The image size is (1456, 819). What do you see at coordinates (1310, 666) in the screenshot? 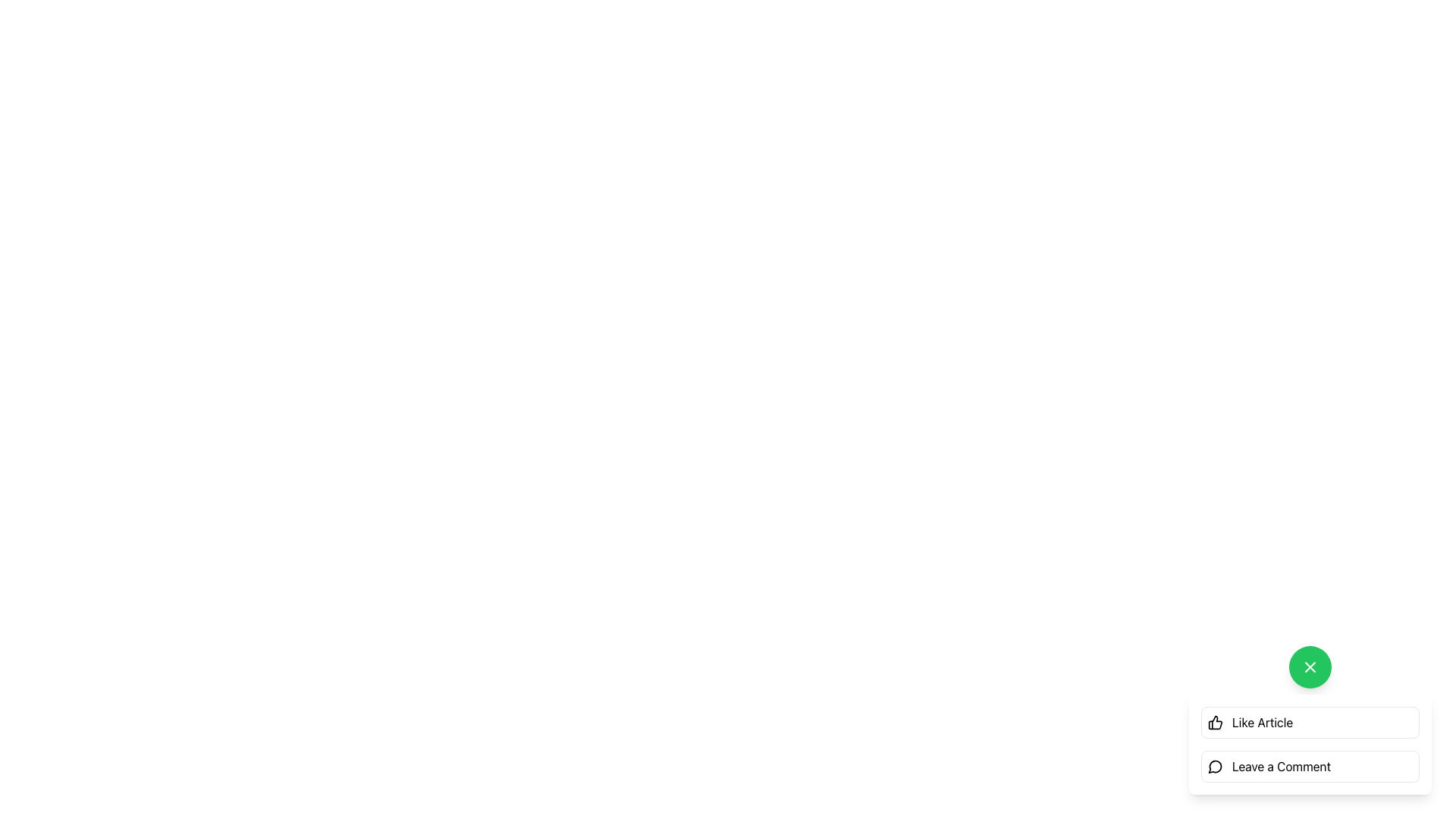
I see `the circular green button with a white 'X' icon at the top-right corner of the panel` at bounding box center [1310, 666].